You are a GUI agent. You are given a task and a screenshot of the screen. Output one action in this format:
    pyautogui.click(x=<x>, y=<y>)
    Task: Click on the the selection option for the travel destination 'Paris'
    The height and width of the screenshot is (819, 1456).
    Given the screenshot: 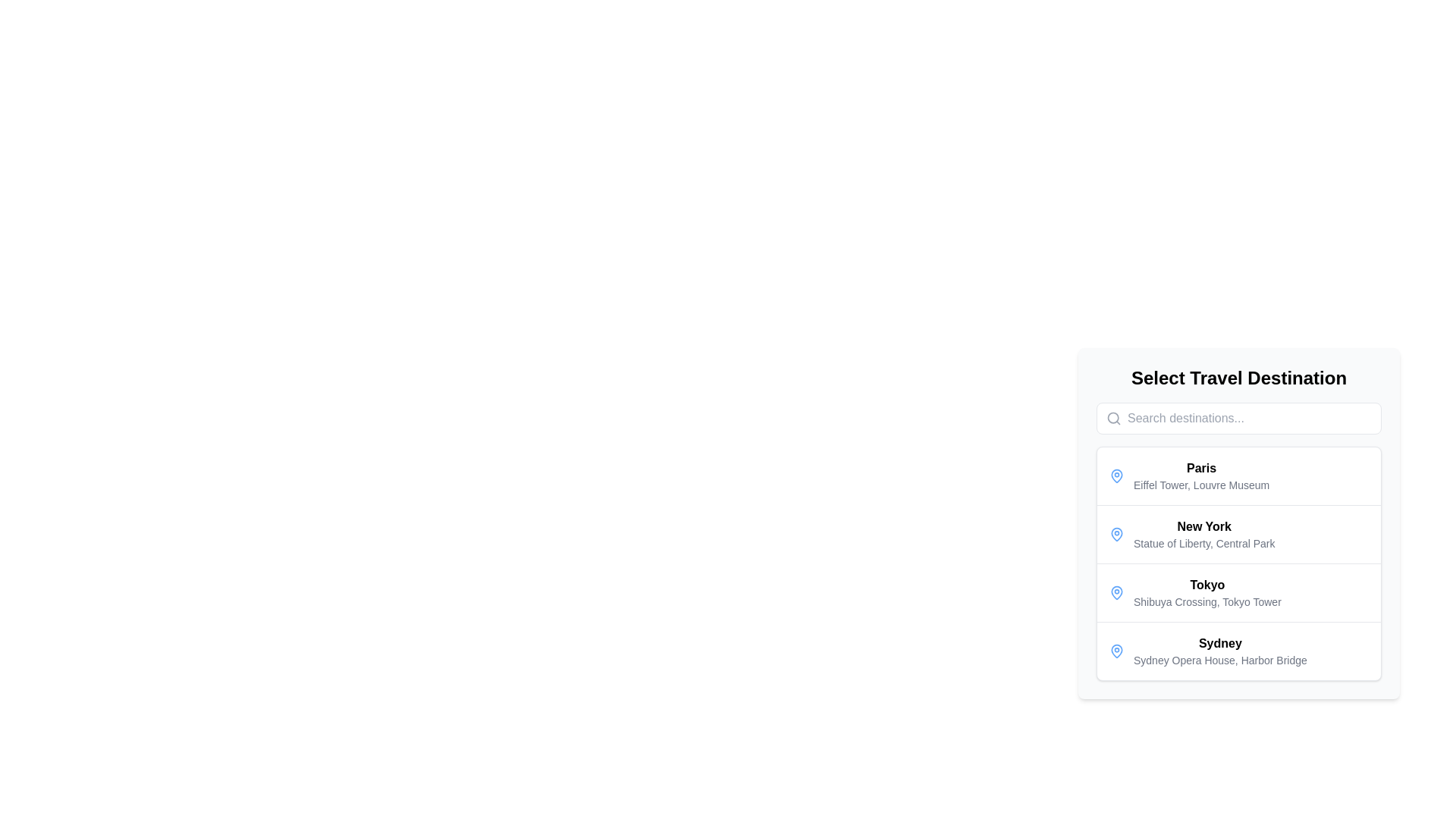 What is the action you would take?
    pyautogui.click(x=1200, y=475)
    